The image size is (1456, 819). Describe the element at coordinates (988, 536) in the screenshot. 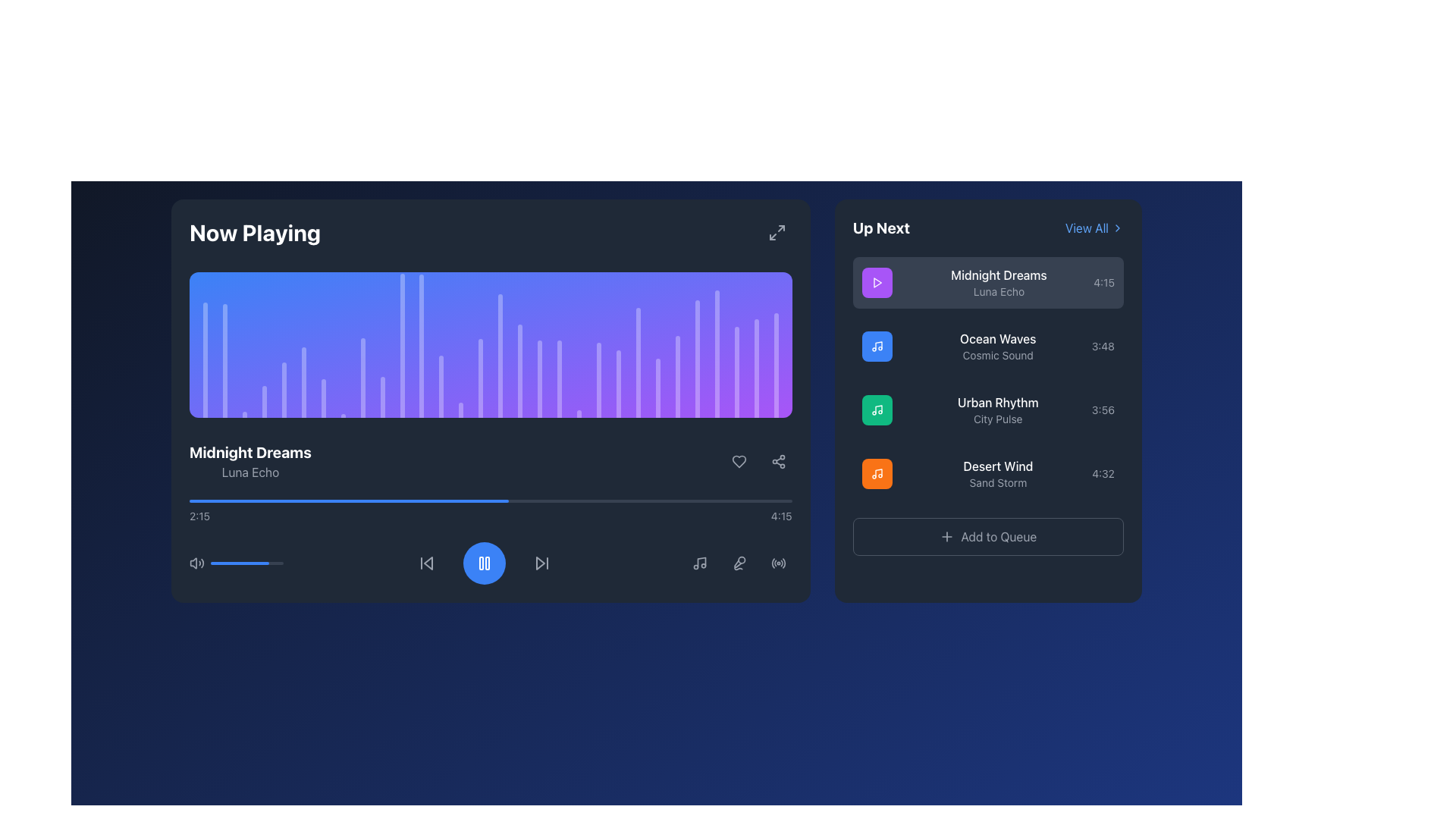

I see `the 'Add to Queue' button located at the bottom of the 'Up Next' section` at that location.